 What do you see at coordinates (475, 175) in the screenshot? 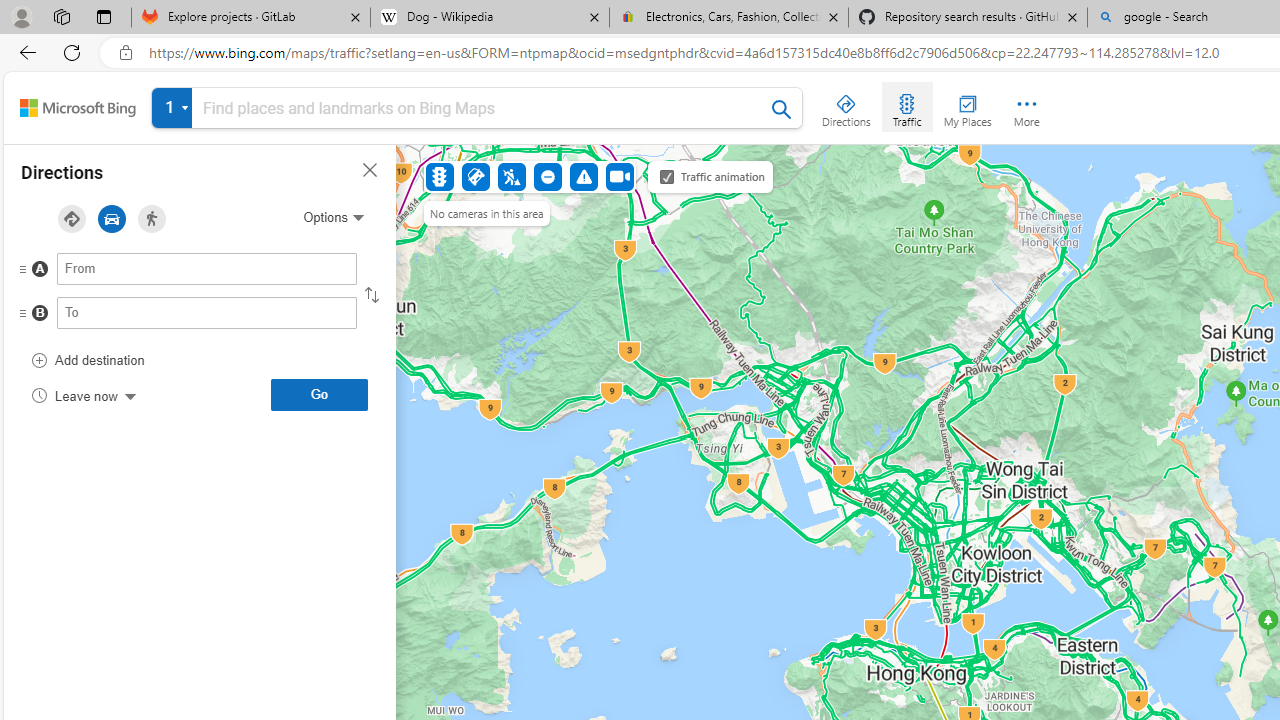
I see `'Accidents'` at bounding box center [475, 175].